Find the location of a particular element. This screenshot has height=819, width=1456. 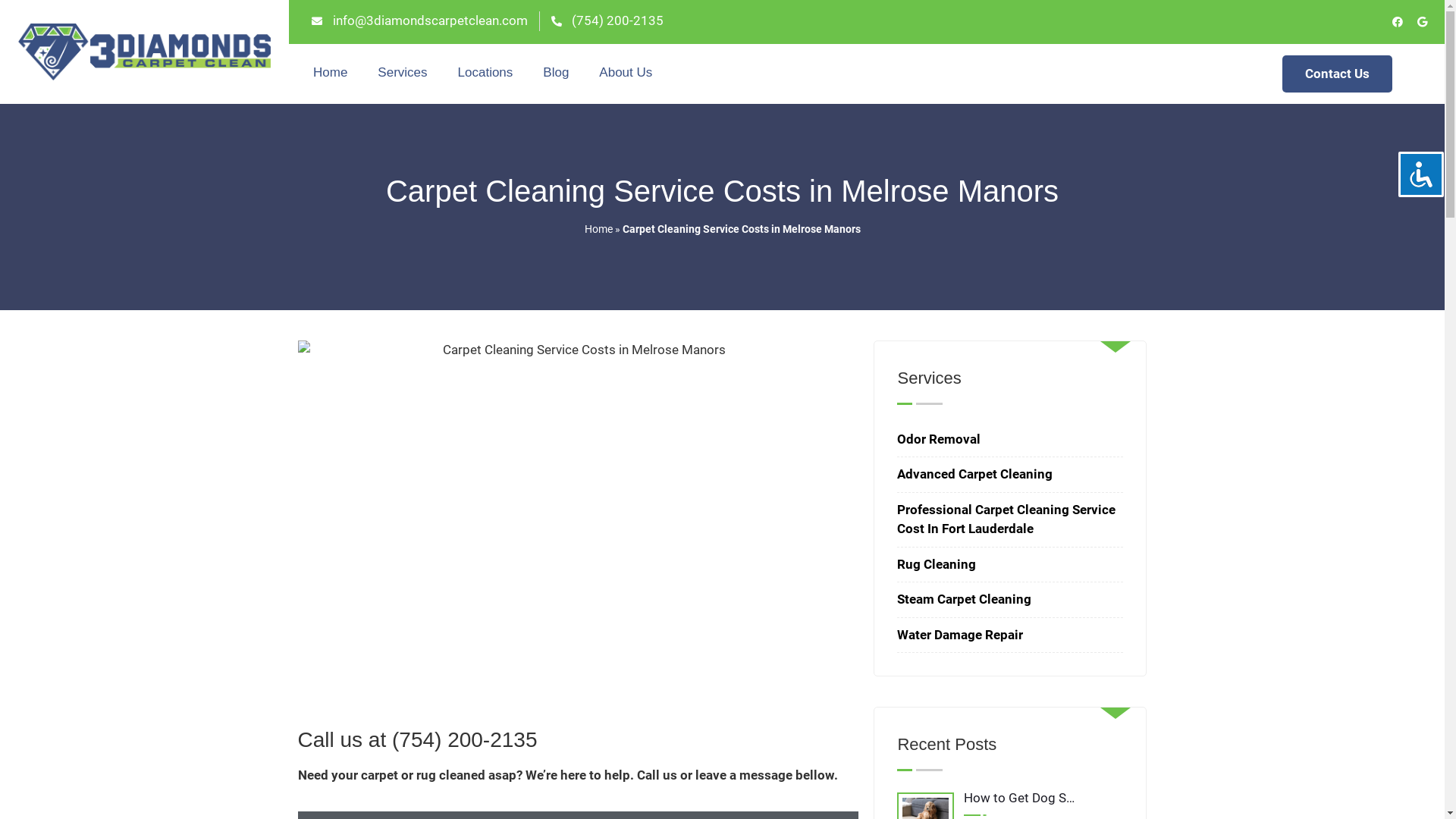

'Water Damage Repair' is located at coordinates (959, 635).